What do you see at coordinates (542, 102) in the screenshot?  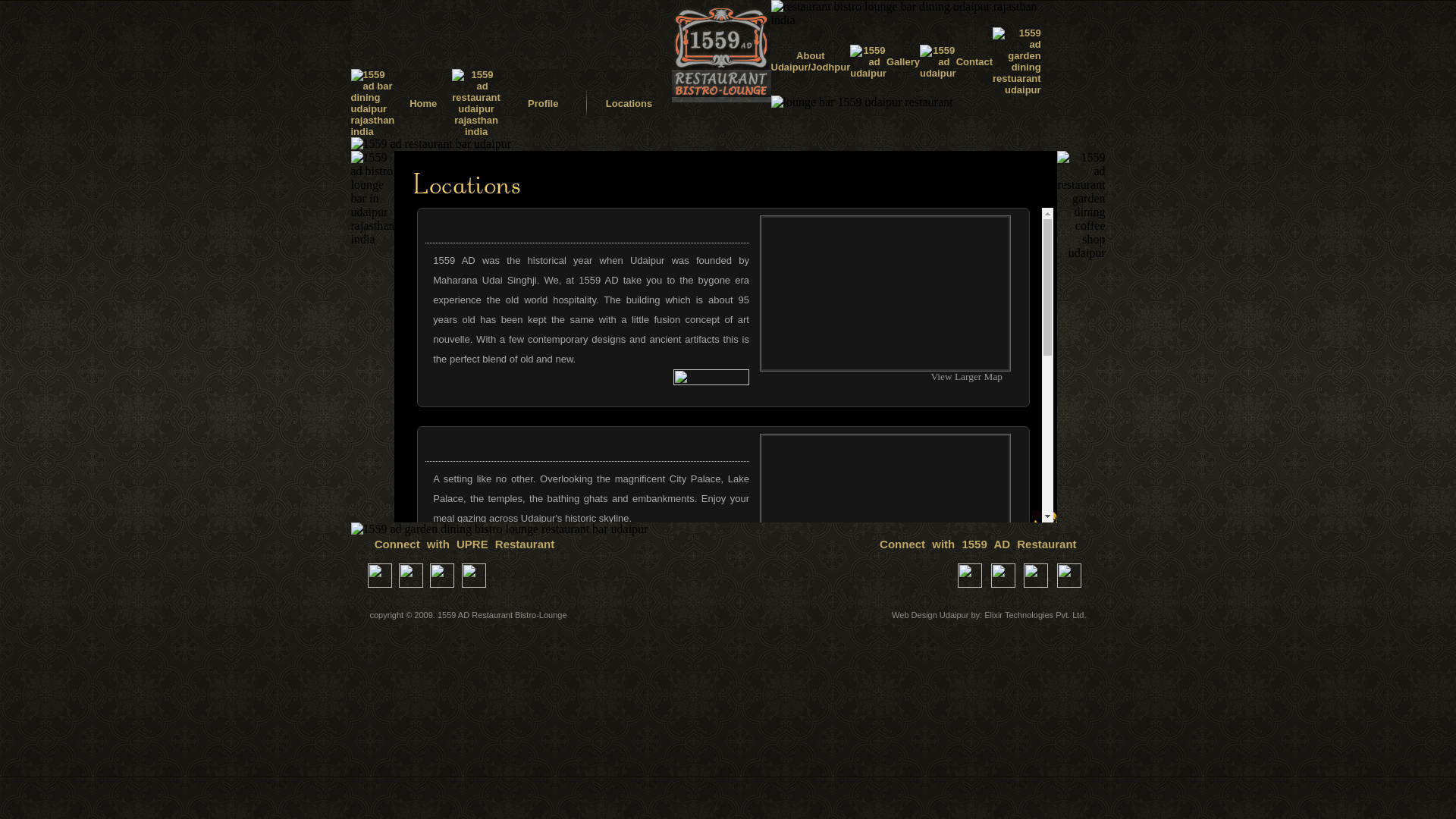 I see `'Profile'` at bounding box center [542, 102].